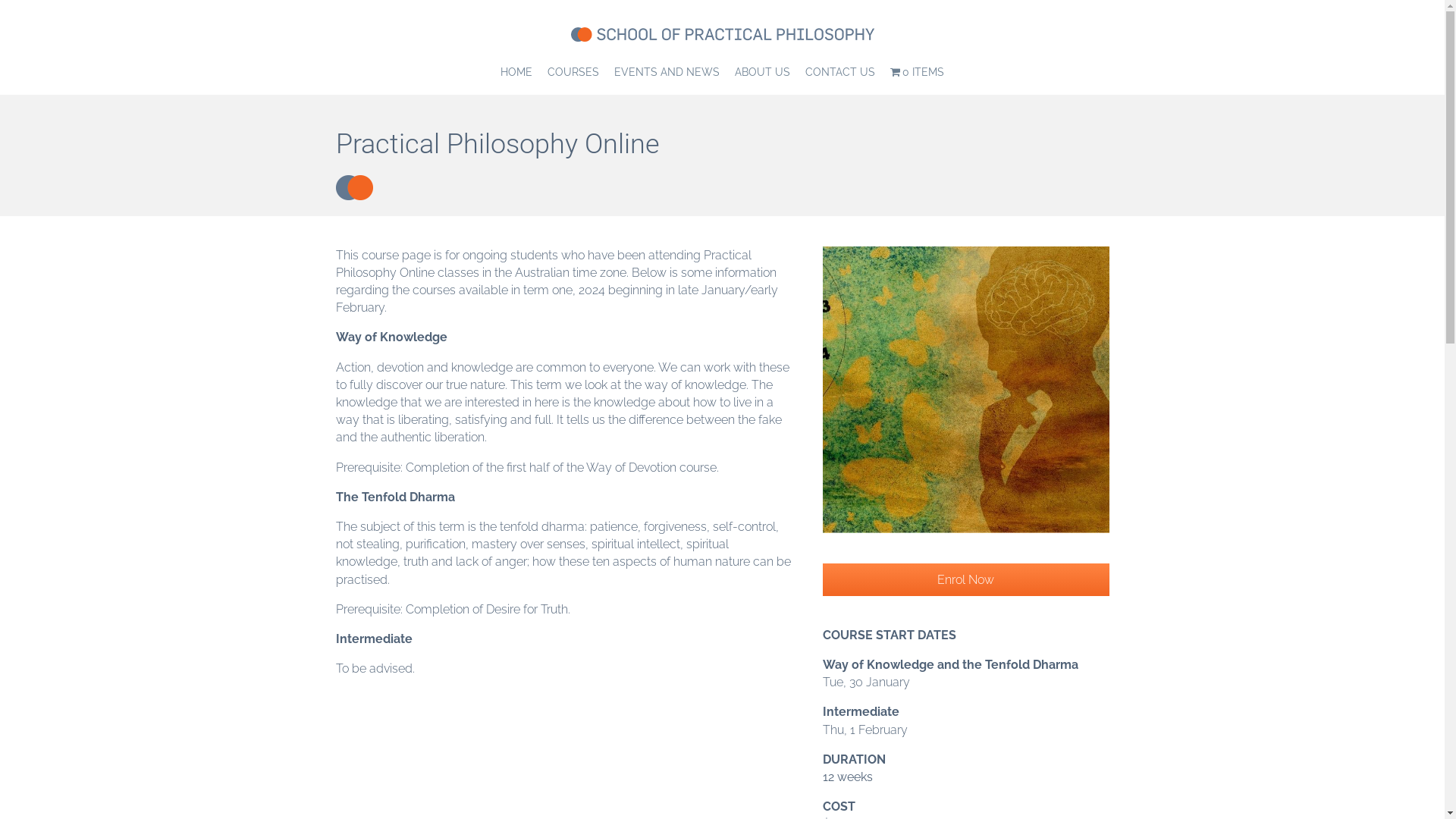 The height and width of the screenshot is (819, 1456). Describe the element at coordinates (965, 388) in the screenshot. I see `'Philosophy online'` at that location.